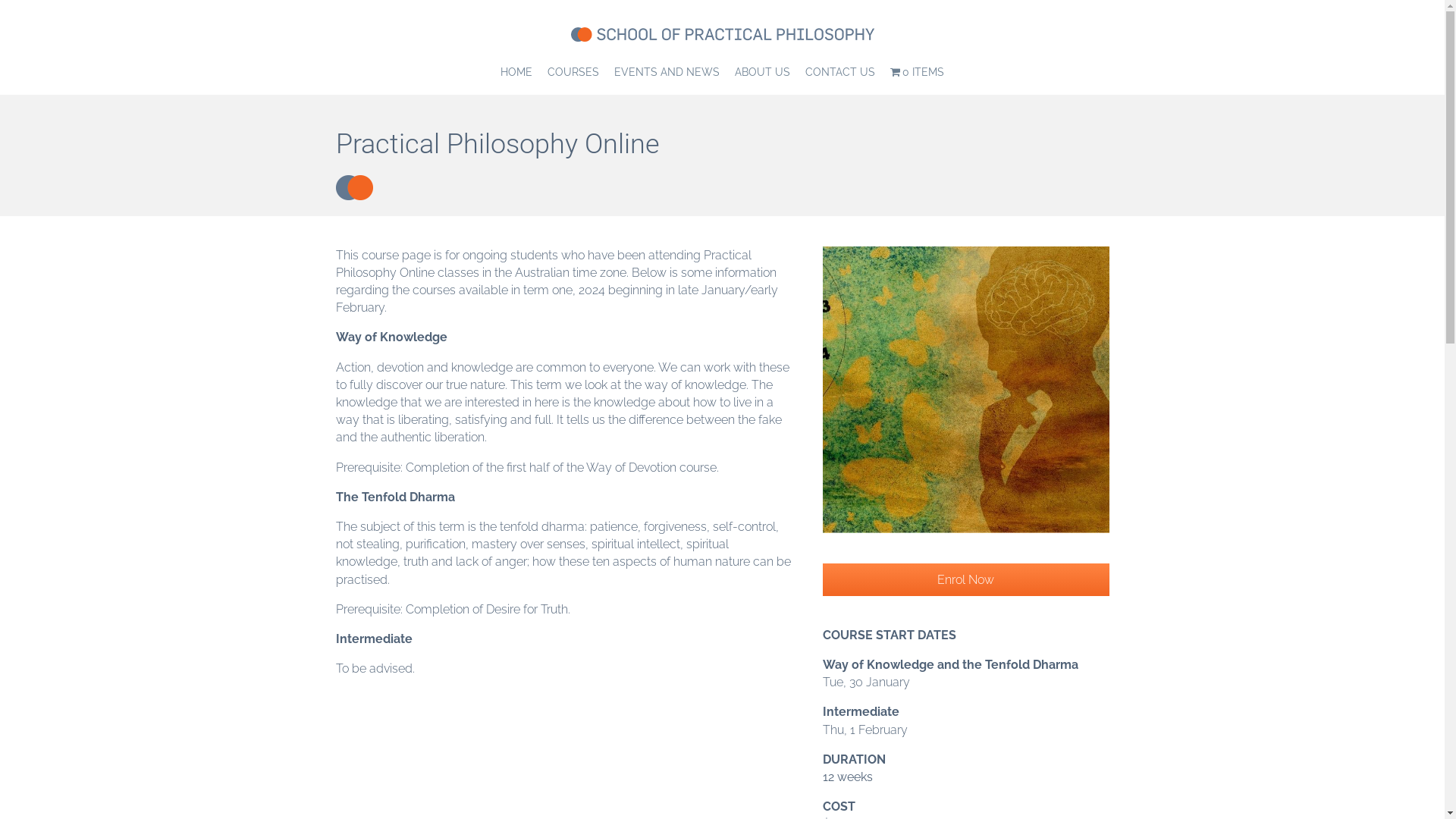 The height and width of the screenshot is (819, 1456). Describe the element at coordinates (965, 388) in the screenshot. I see `'Philosophy online'` at that location.